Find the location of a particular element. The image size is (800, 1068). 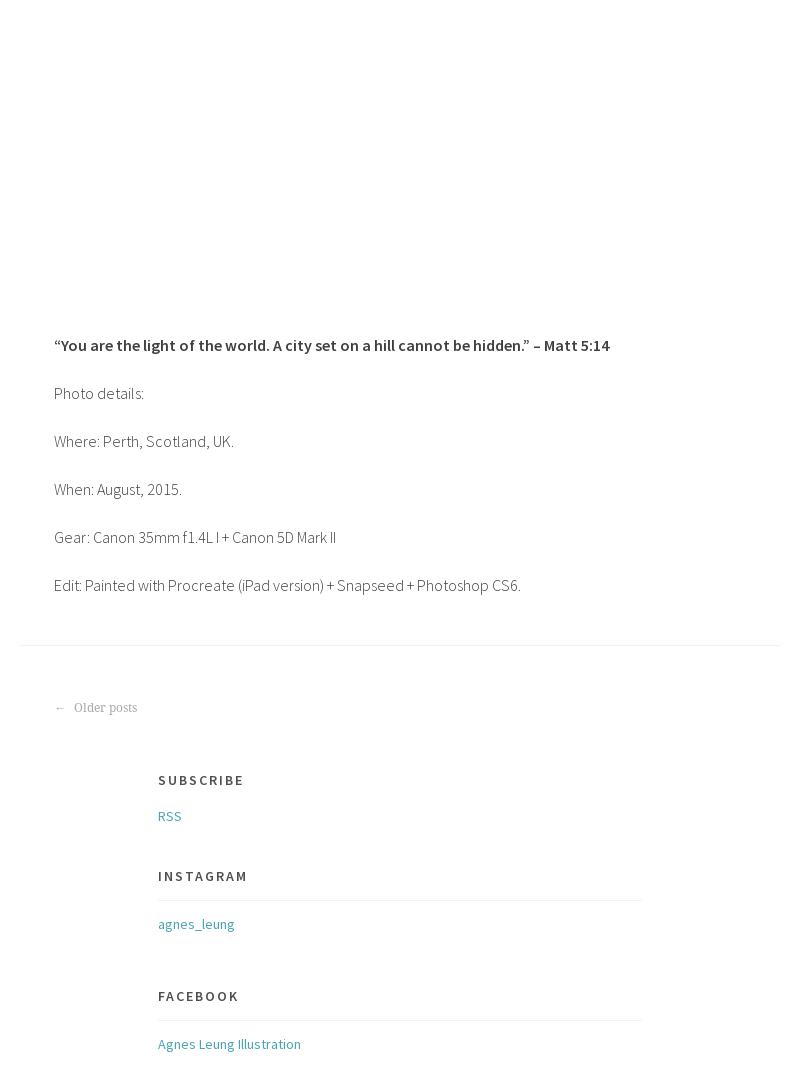

'When: August, 2015.' is located at coordinates (117, 487).